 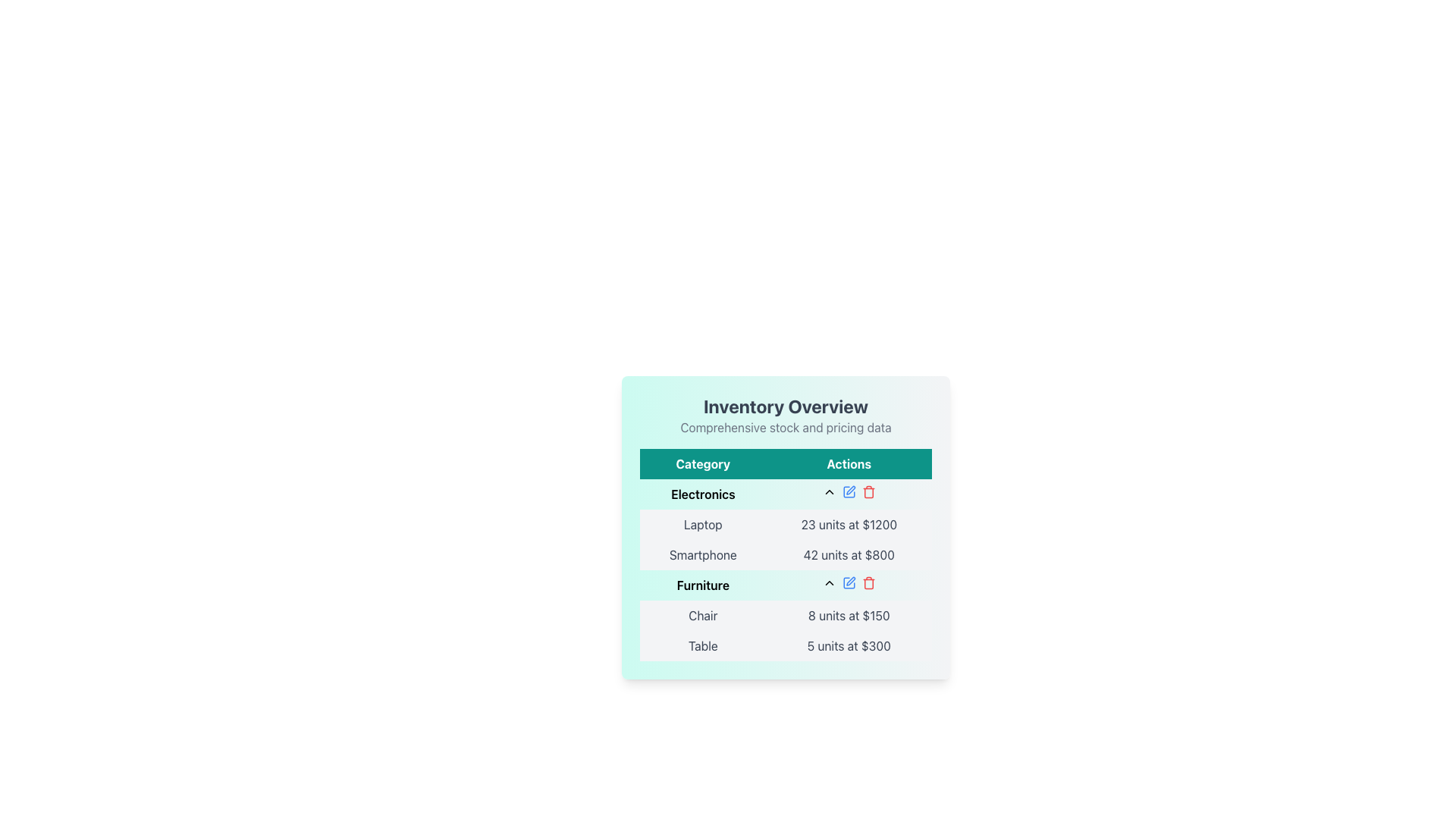 I want to click on the text element providing summary information about the quantity and price of the 'Chair' in the furniture inventory for accessibility, so click(x=848, y=616).